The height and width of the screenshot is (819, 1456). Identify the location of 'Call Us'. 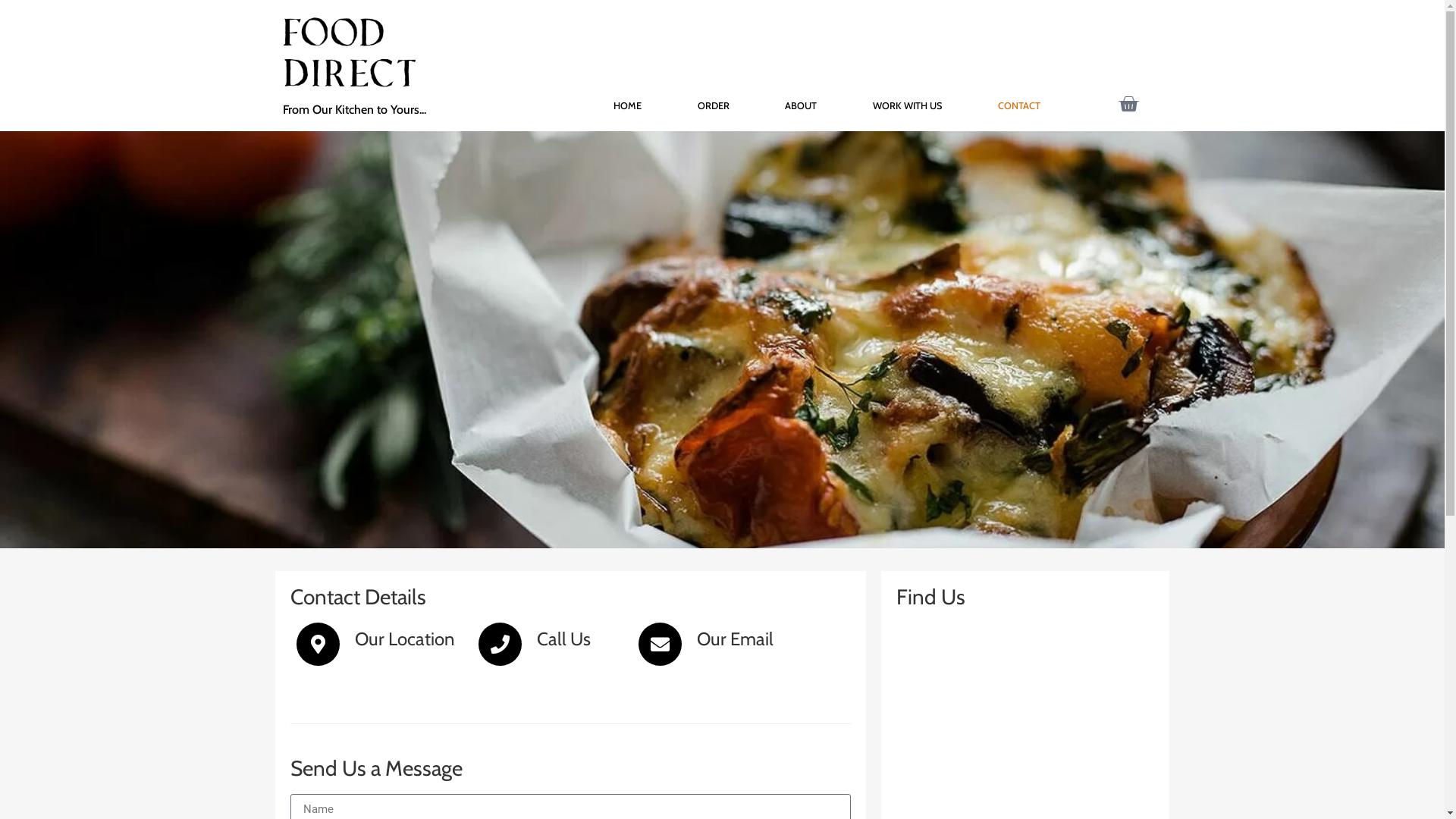
(563, 639).